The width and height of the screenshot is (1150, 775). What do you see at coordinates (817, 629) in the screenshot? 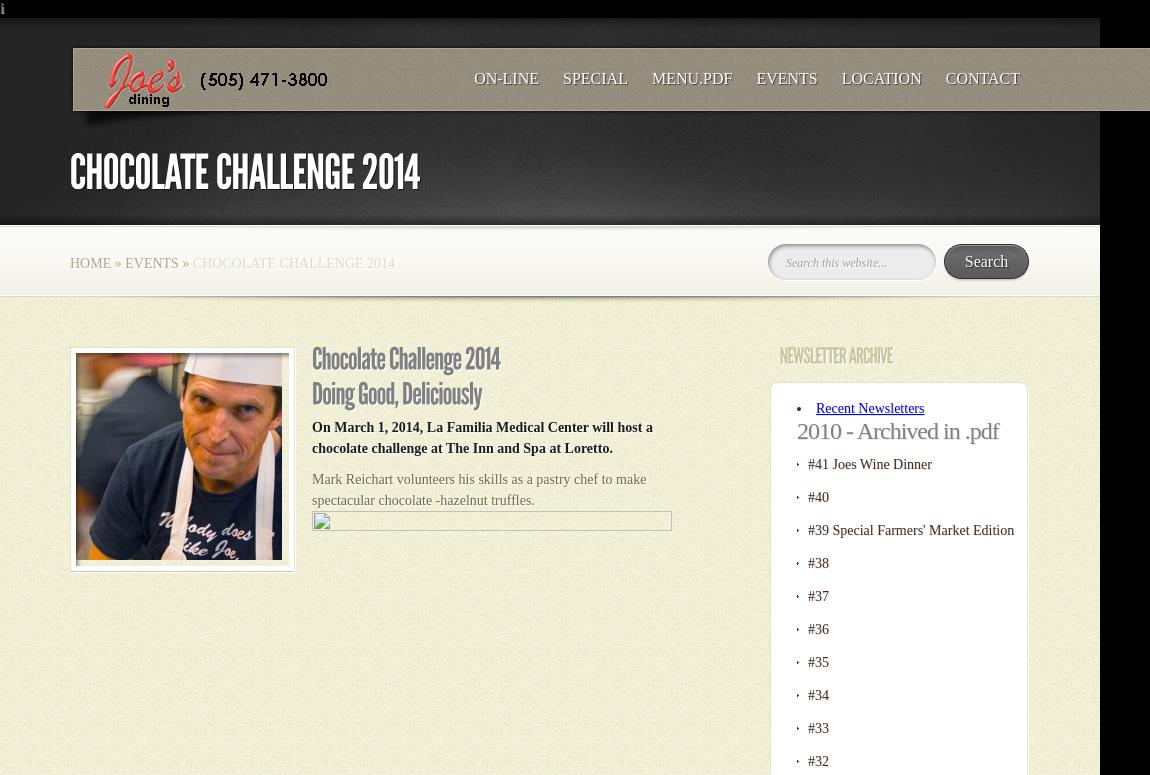
I see `'#36'` at bounding box center [817, 629].